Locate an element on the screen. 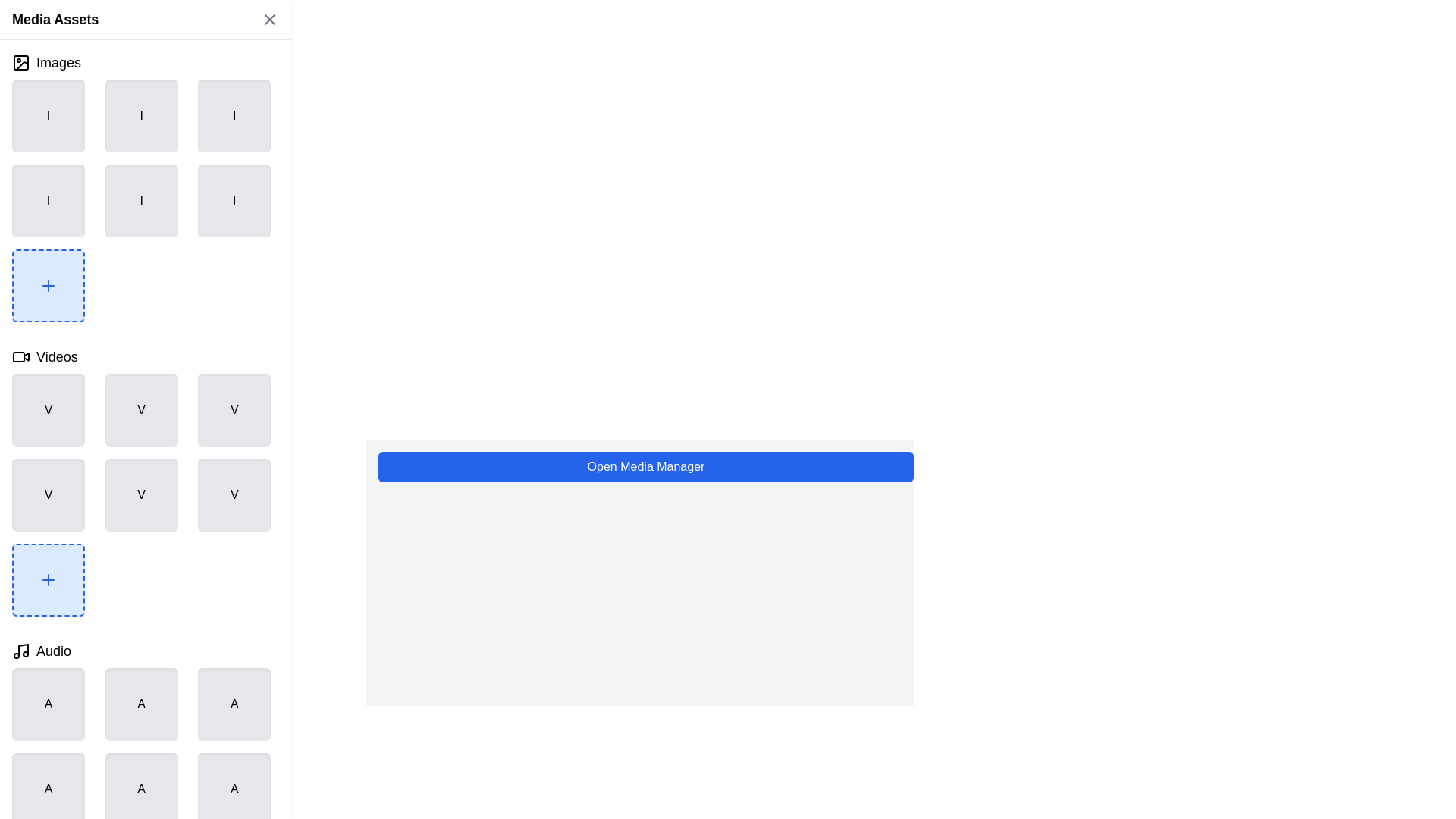 This screenshot has height=819, width=1456. the 'Videos' icon located in the left sidebar menu, which is the first item to the left of the text label 'Videos' is located at coordinates (21, 356).